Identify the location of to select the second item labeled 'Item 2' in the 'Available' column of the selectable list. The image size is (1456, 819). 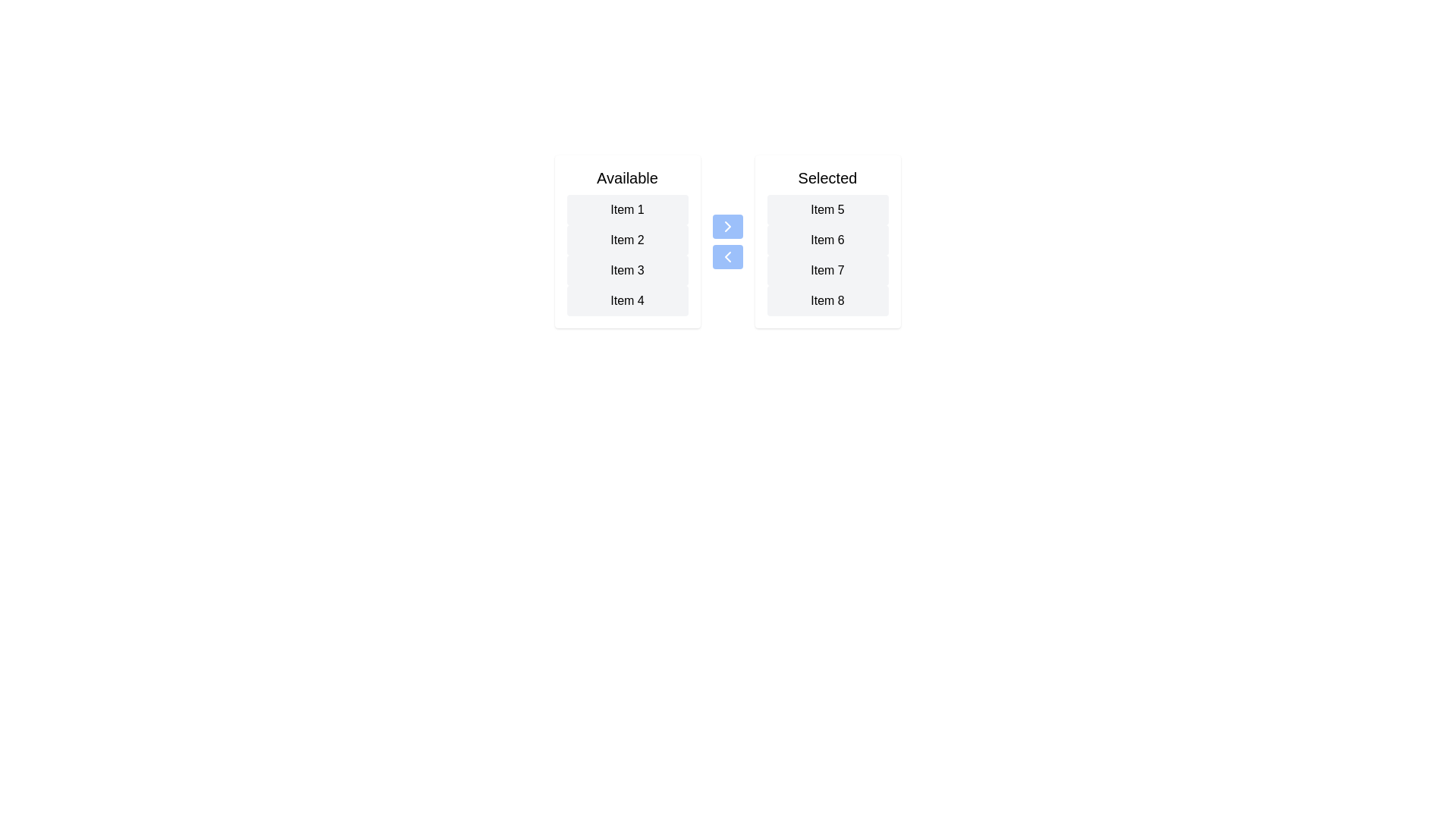
(627, 239).